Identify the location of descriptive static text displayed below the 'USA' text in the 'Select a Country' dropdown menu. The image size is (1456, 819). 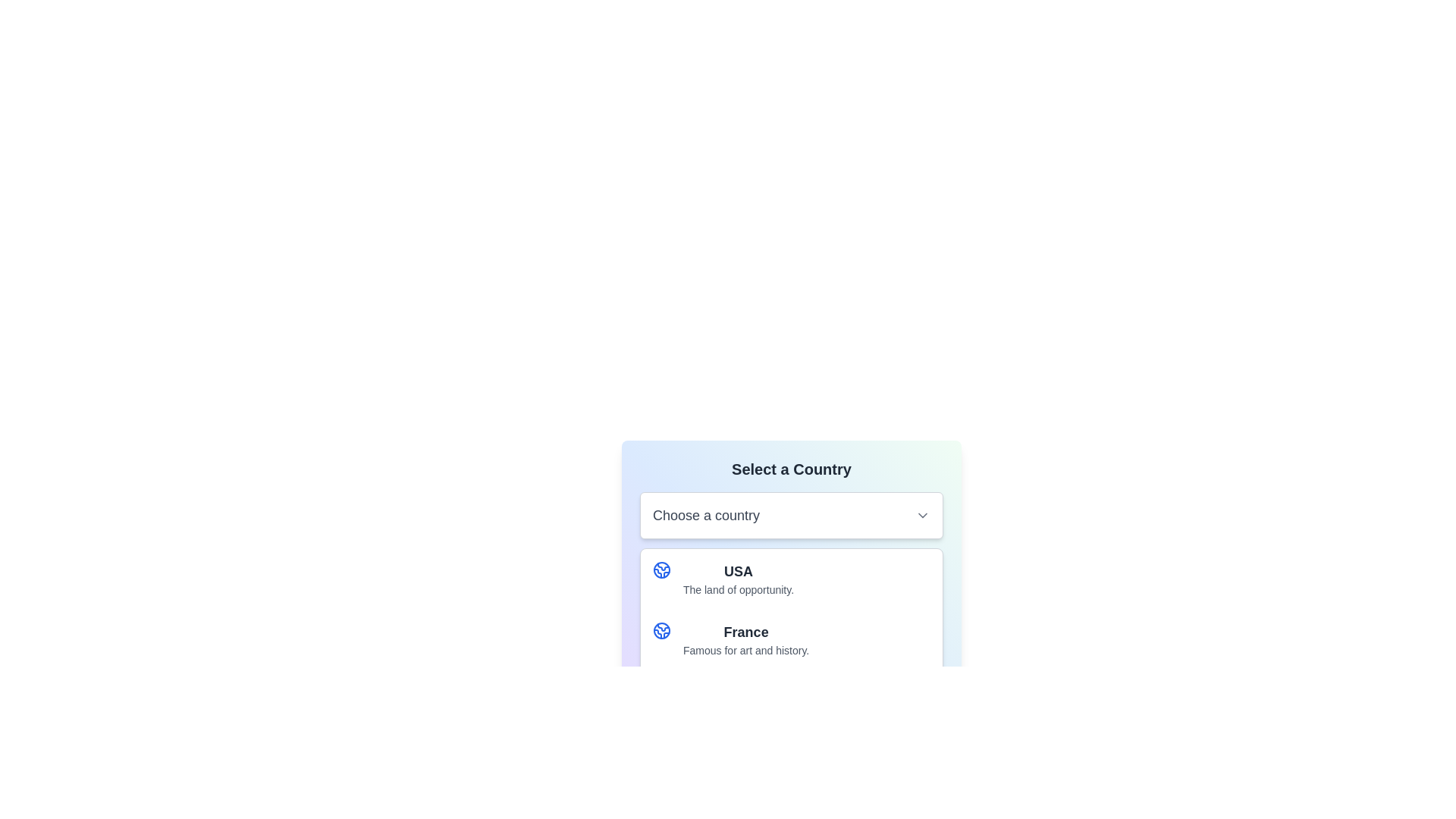
(739, 589).